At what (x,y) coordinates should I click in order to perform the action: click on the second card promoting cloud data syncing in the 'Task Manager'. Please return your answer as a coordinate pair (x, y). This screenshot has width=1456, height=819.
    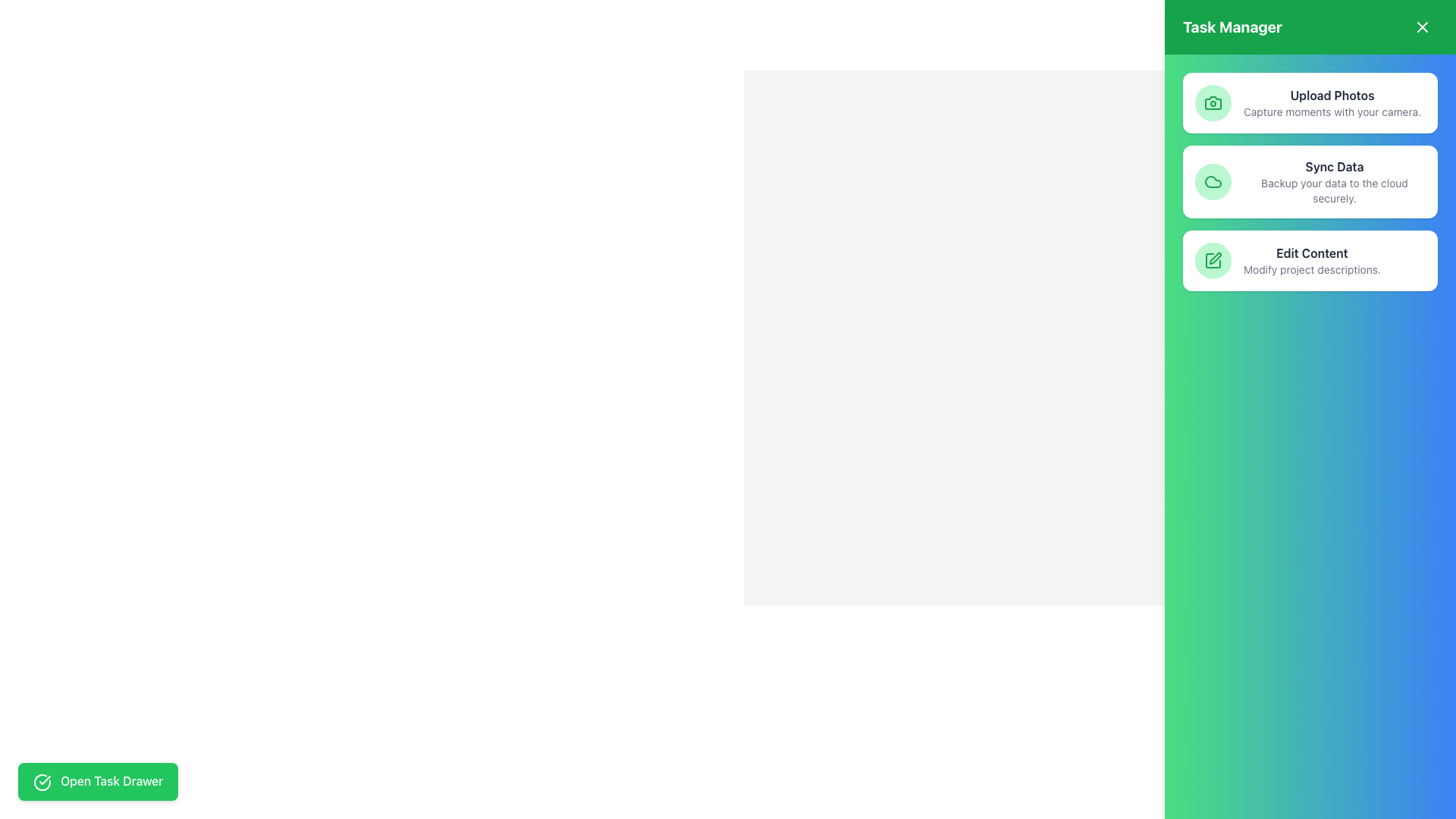
    Looking at the image, I should click on (1310, 180).